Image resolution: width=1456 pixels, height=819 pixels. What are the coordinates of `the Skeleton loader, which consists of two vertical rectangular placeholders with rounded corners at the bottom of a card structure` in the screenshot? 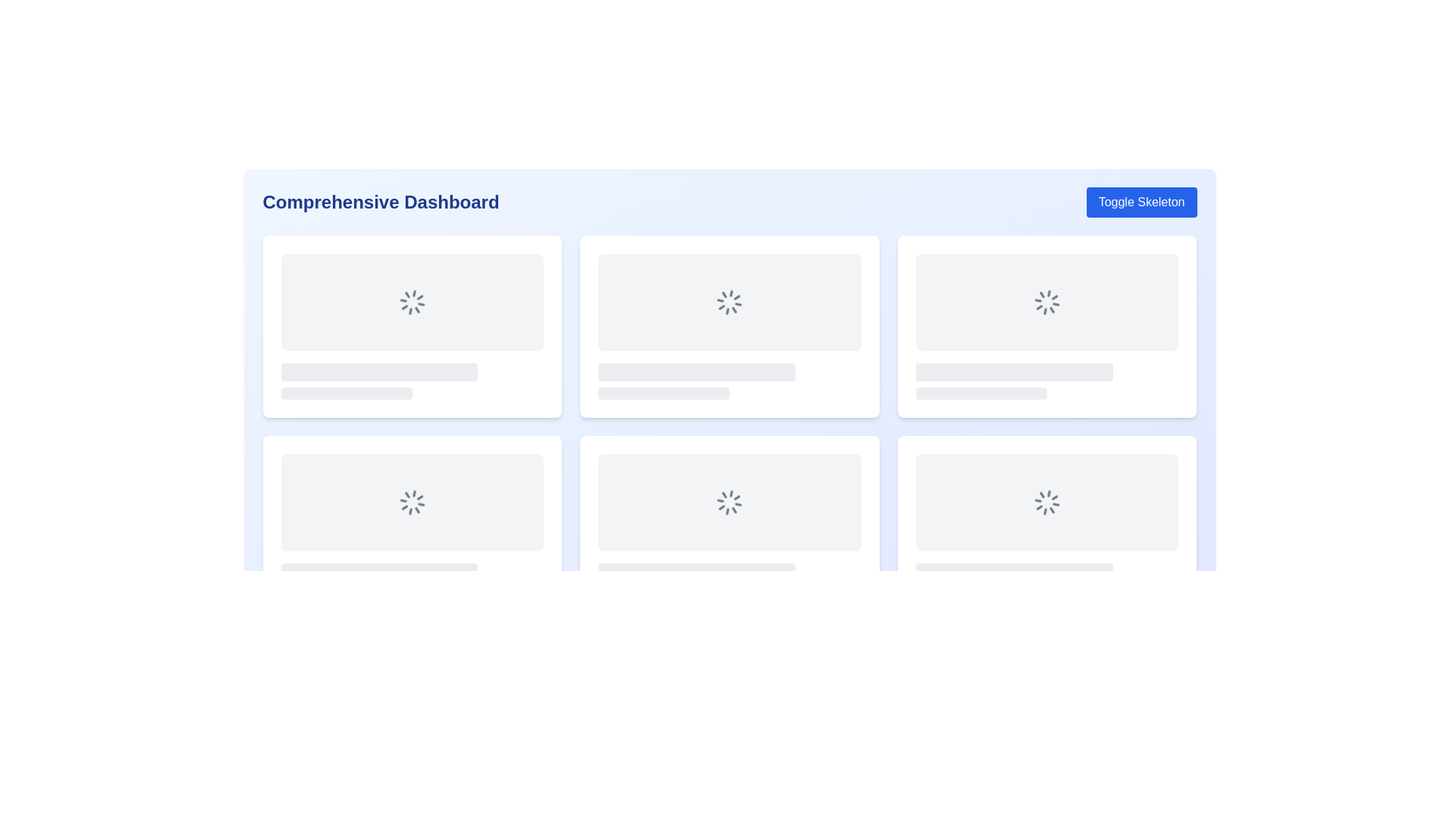 It's located at (730, 581).